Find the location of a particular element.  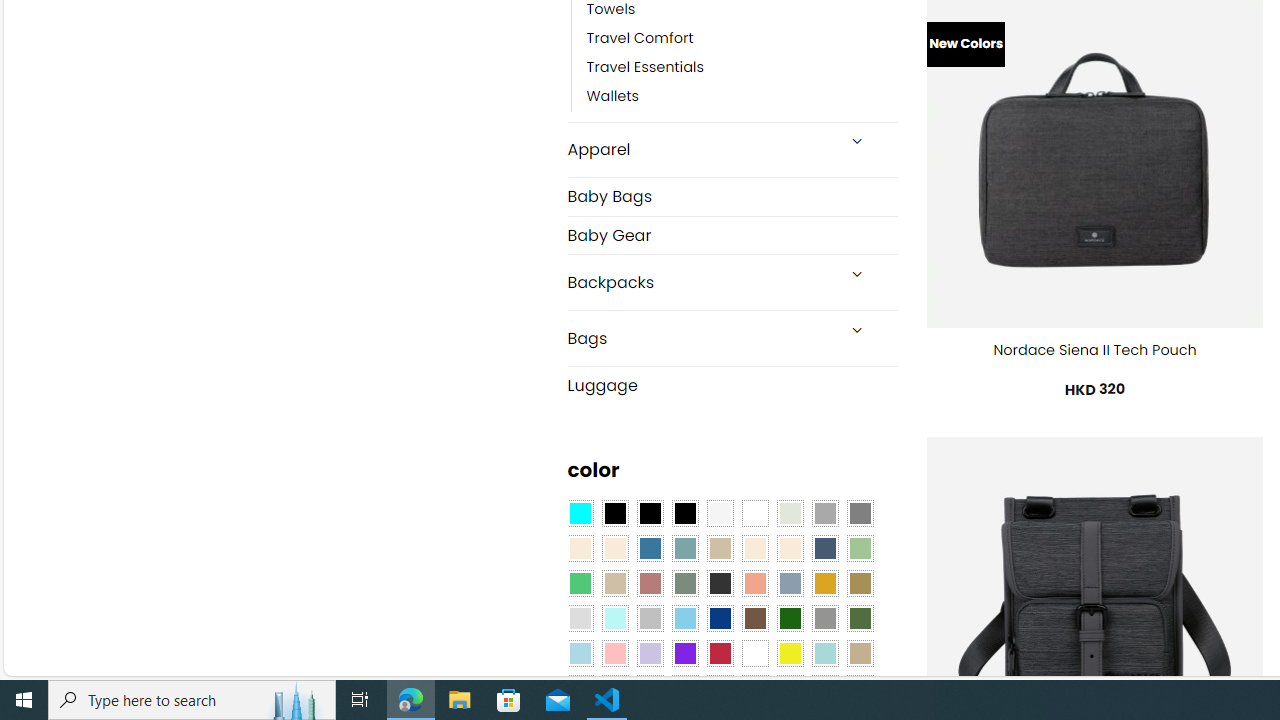

'All Gray' is located at coordinates (860, 513).